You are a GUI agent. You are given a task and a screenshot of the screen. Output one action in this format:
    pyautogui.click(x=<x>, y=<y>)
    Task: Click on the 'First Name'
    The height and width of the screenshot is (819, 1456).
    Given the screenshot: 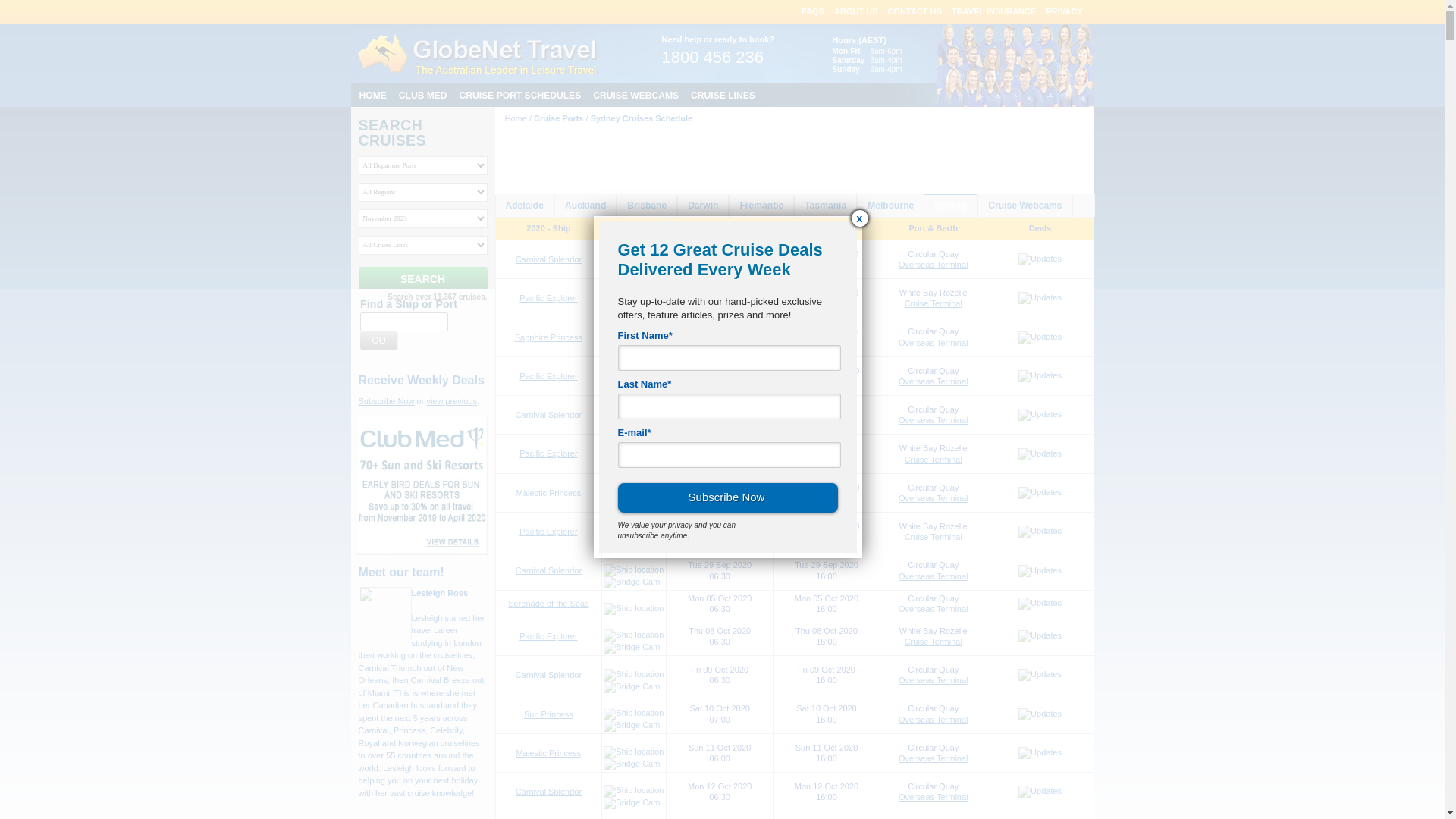 What is the action you would take?
    pyautogui.click(x=728, y=357)
    